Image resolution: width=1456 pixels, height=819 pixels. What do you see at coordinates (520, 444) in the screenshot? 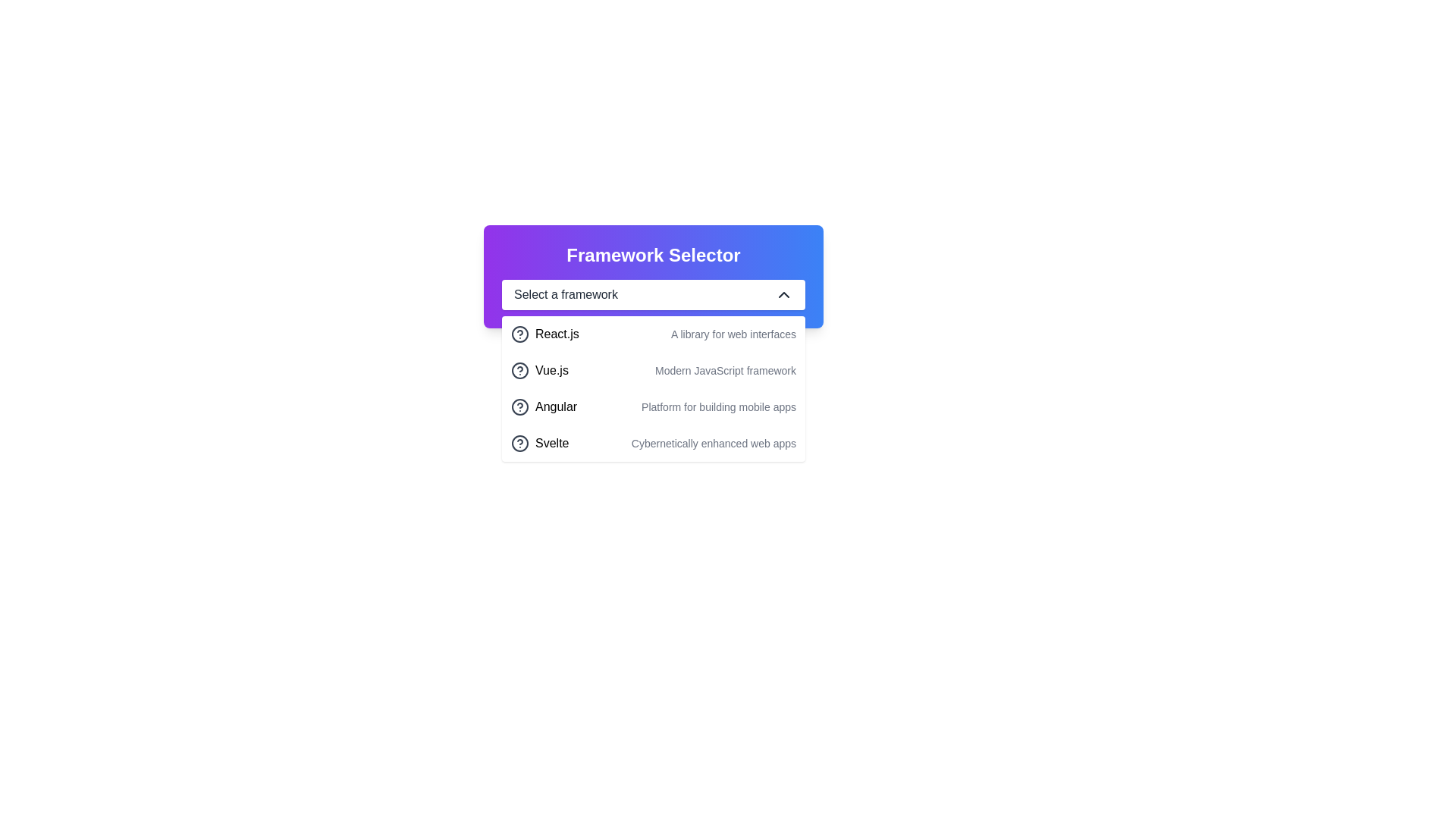
I see `the circular outline icon with a question mark at its center, located next to the text label 'Svelte'` at bounding box center [520, 444].